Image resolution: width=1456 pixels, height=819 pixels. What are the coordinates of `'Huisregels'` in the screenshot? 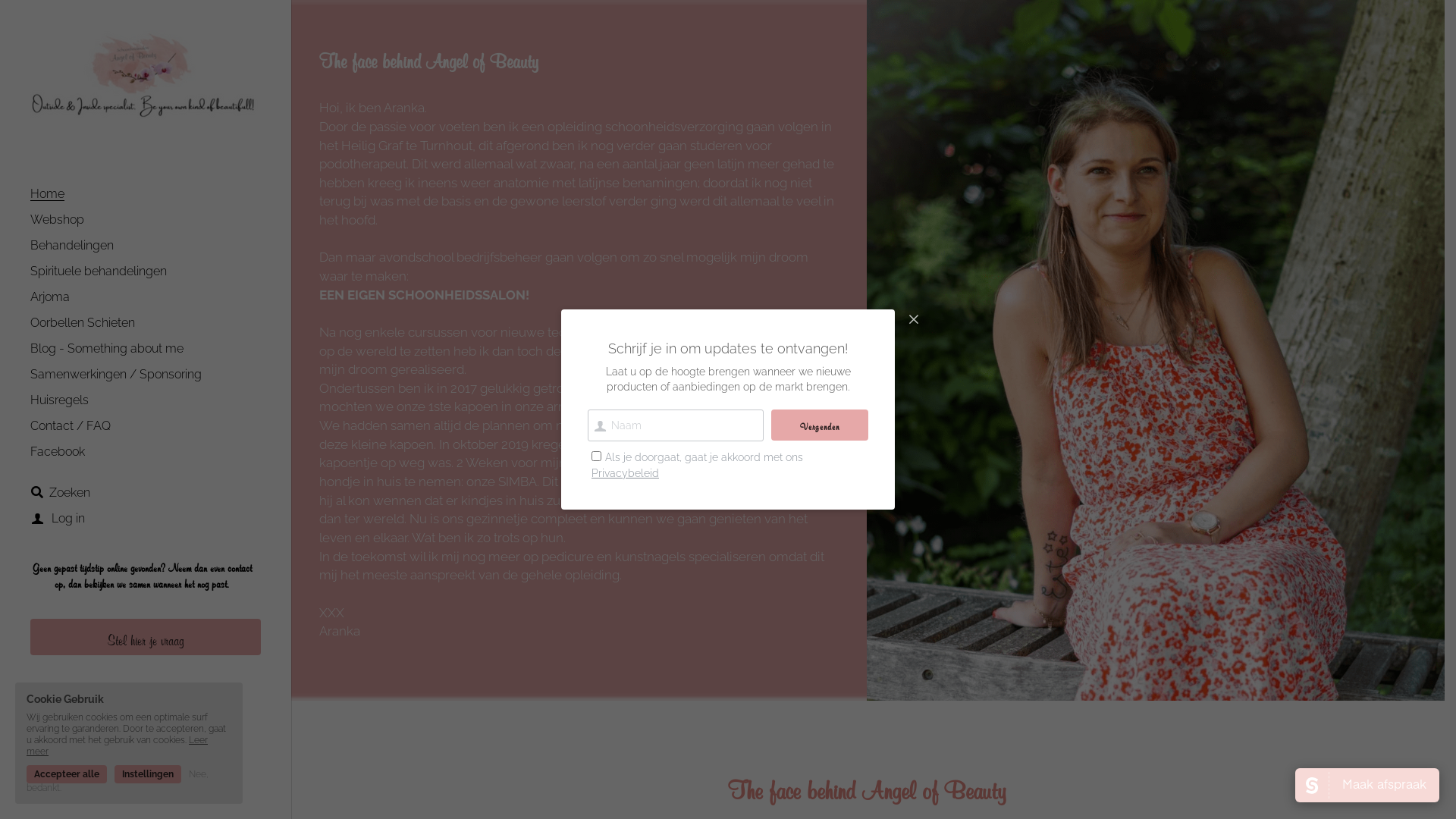 It's located at (59, 399).